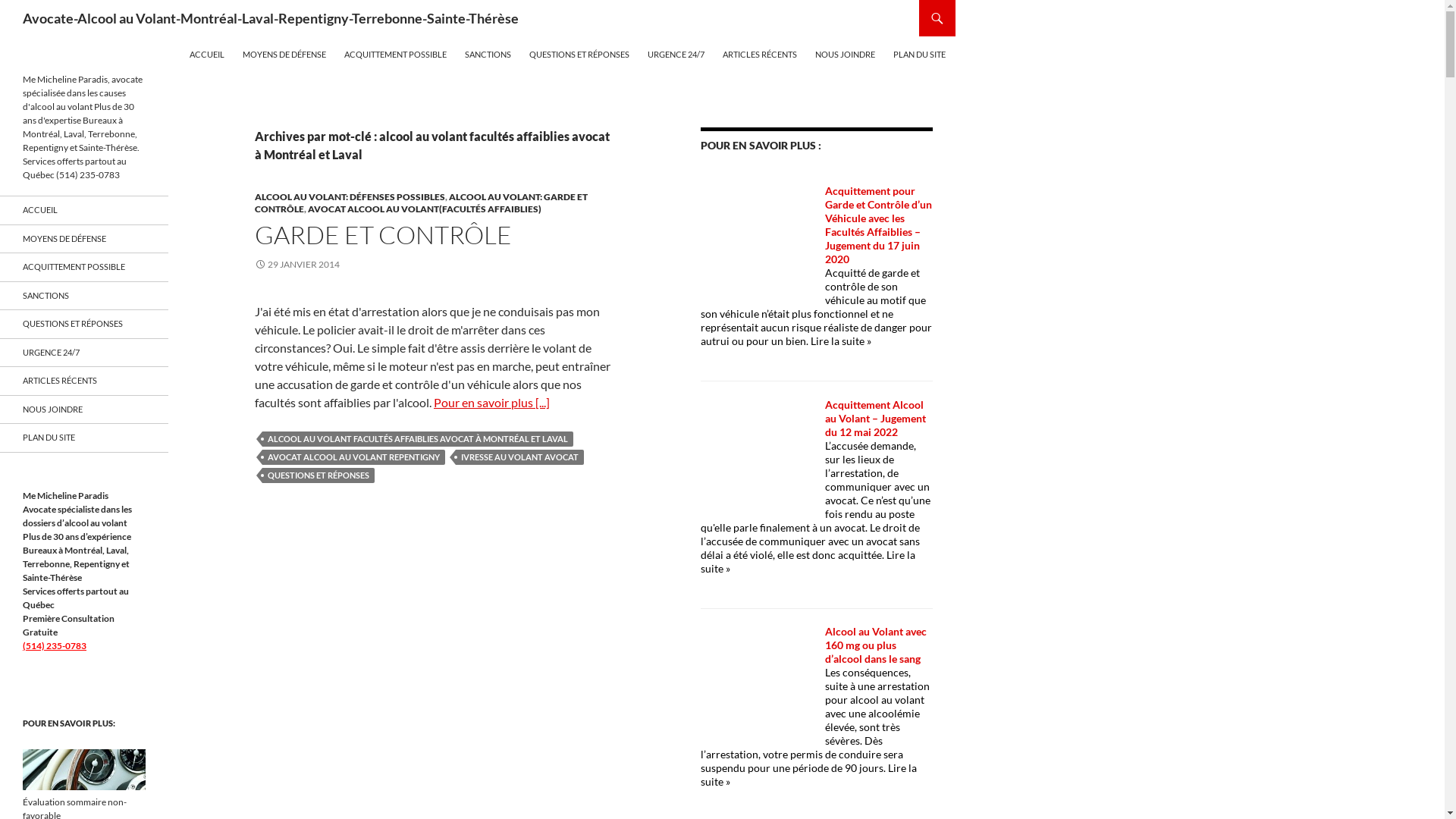  Describe the element at coordinates (189, 36) in the screenshot. I see `'ALLER AU CONTENU'` at that location.